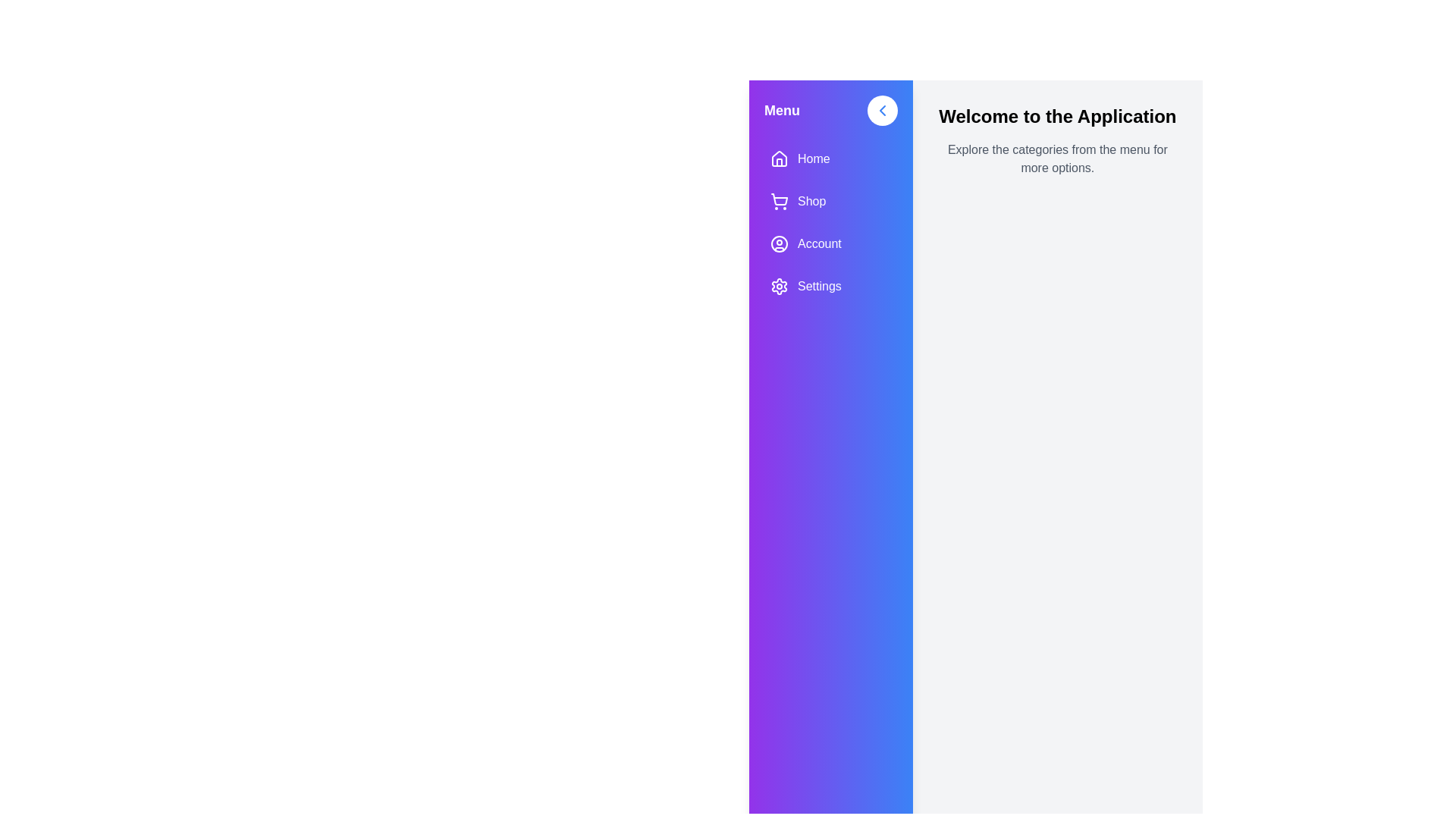 This screenshot has width=1456, height=819. I want to click on the Home icon located at the top of the sidebar menu, so click(779, 158).